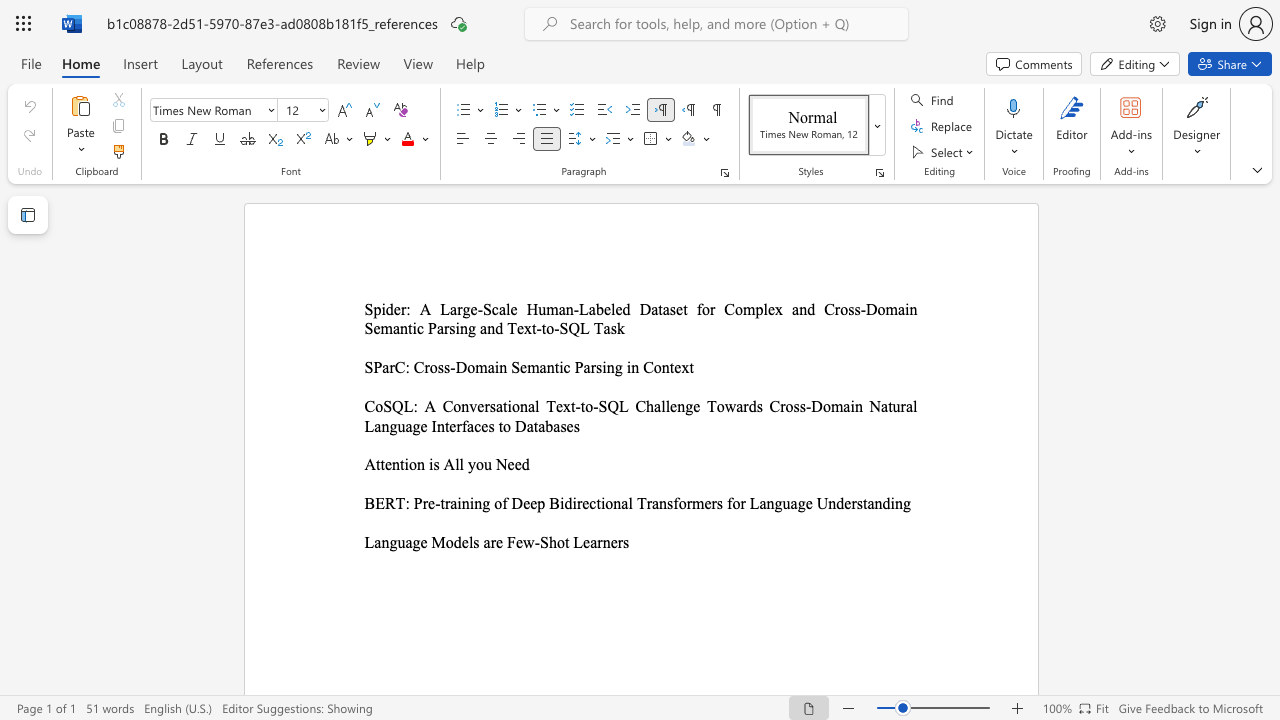 This screenshot has width=1280, height=720. I want to click on the 1th character "C" in the text, so click(400, 367).